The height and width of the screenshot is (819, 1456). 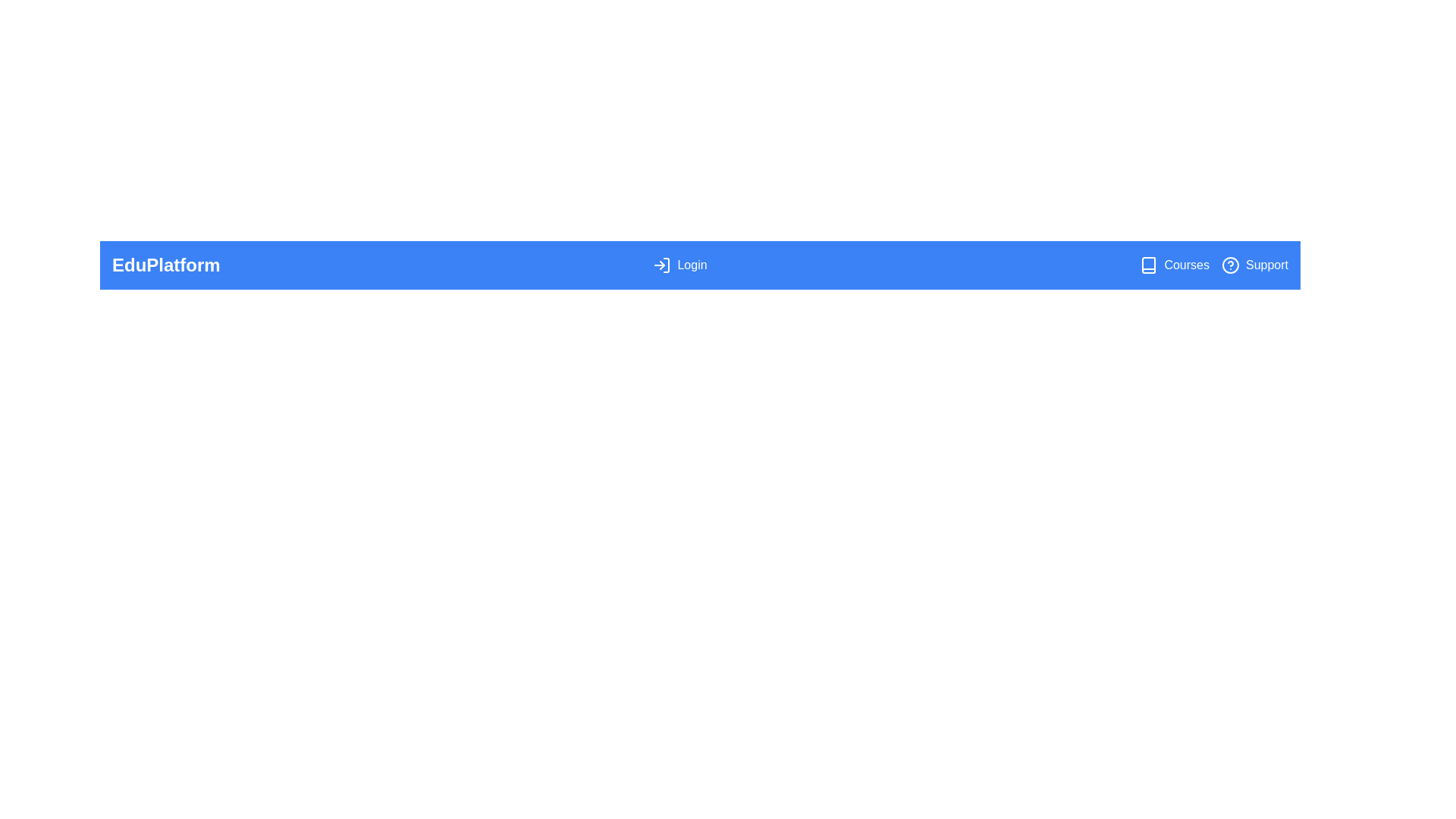 I want to click on the navigational link located in the top-right area of the interface, to the left of the 'Support' link, so click(x=1174, y=265).